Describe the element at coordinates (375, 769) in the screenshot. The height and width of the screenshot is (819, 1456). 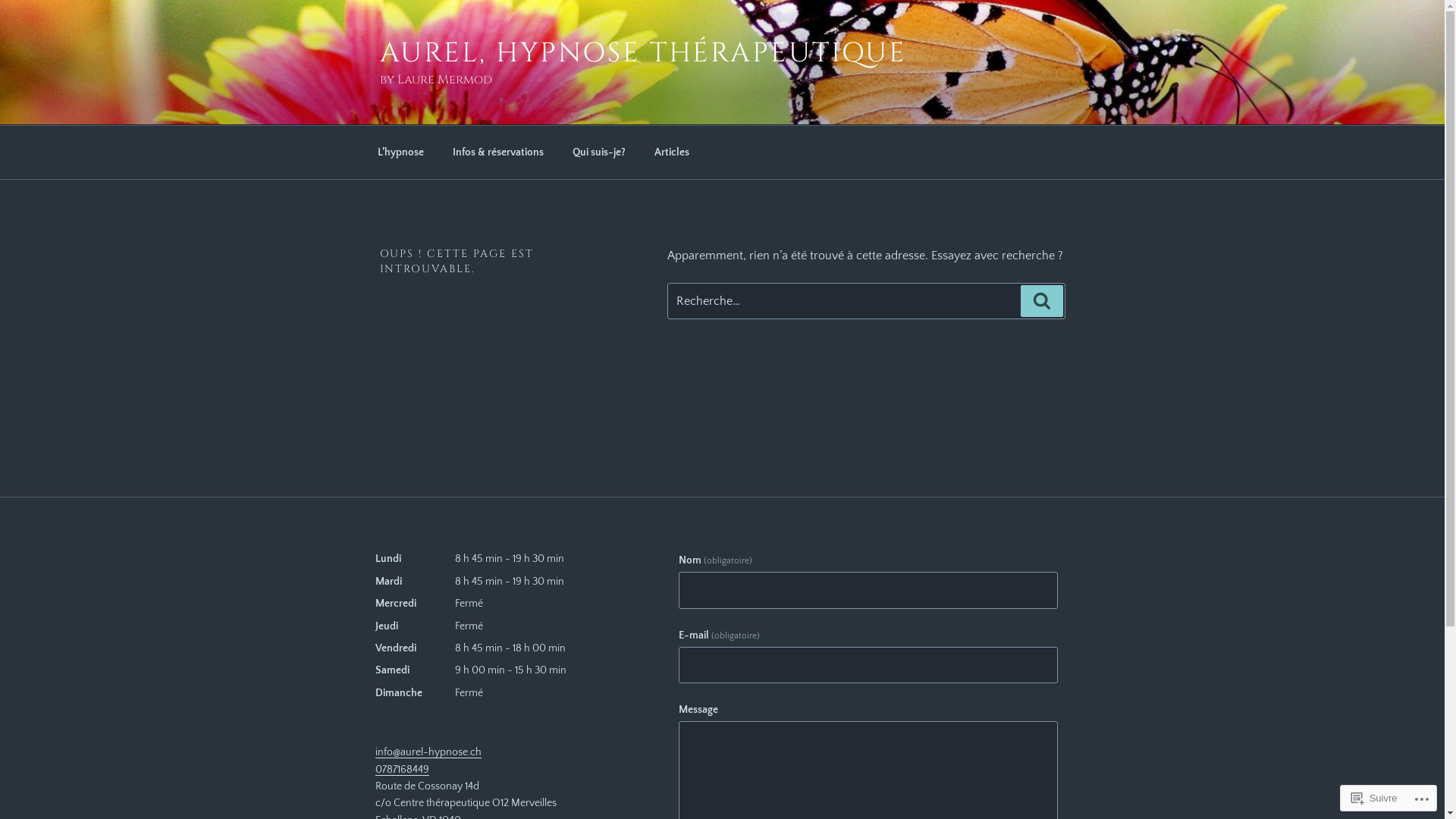
I see `'0787168449'` at that location.